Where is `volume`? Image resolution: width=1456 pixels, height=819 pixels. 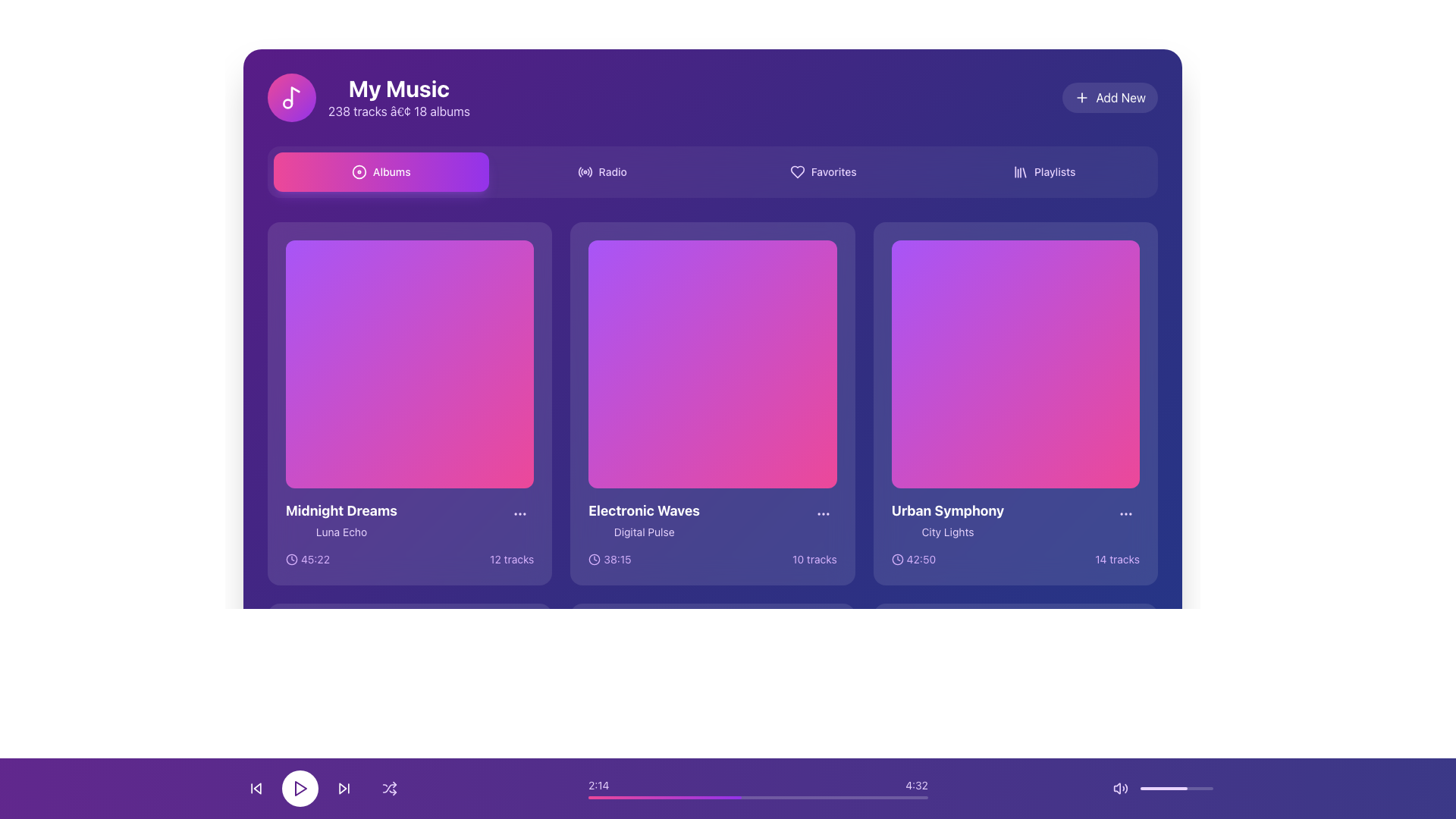
volume is located at coordinates (1164, 788).